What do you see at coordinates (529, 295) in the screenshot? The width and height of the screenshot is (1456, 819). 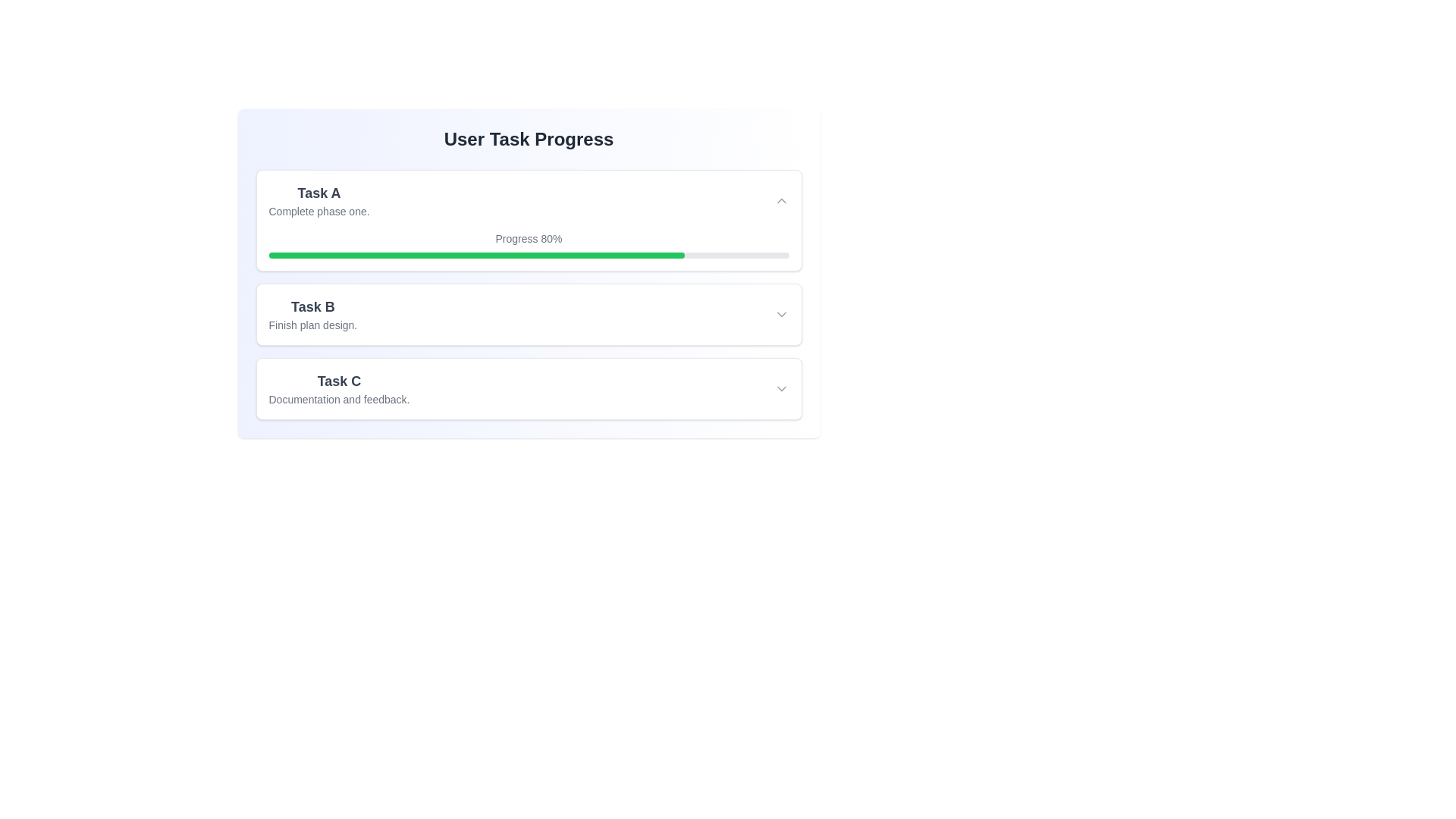 I see `the task card titled 'Task B' to edit the task details, which is located in the user task progress section between 'Task A' and 'Task C'` at bounding box center [529, 295].